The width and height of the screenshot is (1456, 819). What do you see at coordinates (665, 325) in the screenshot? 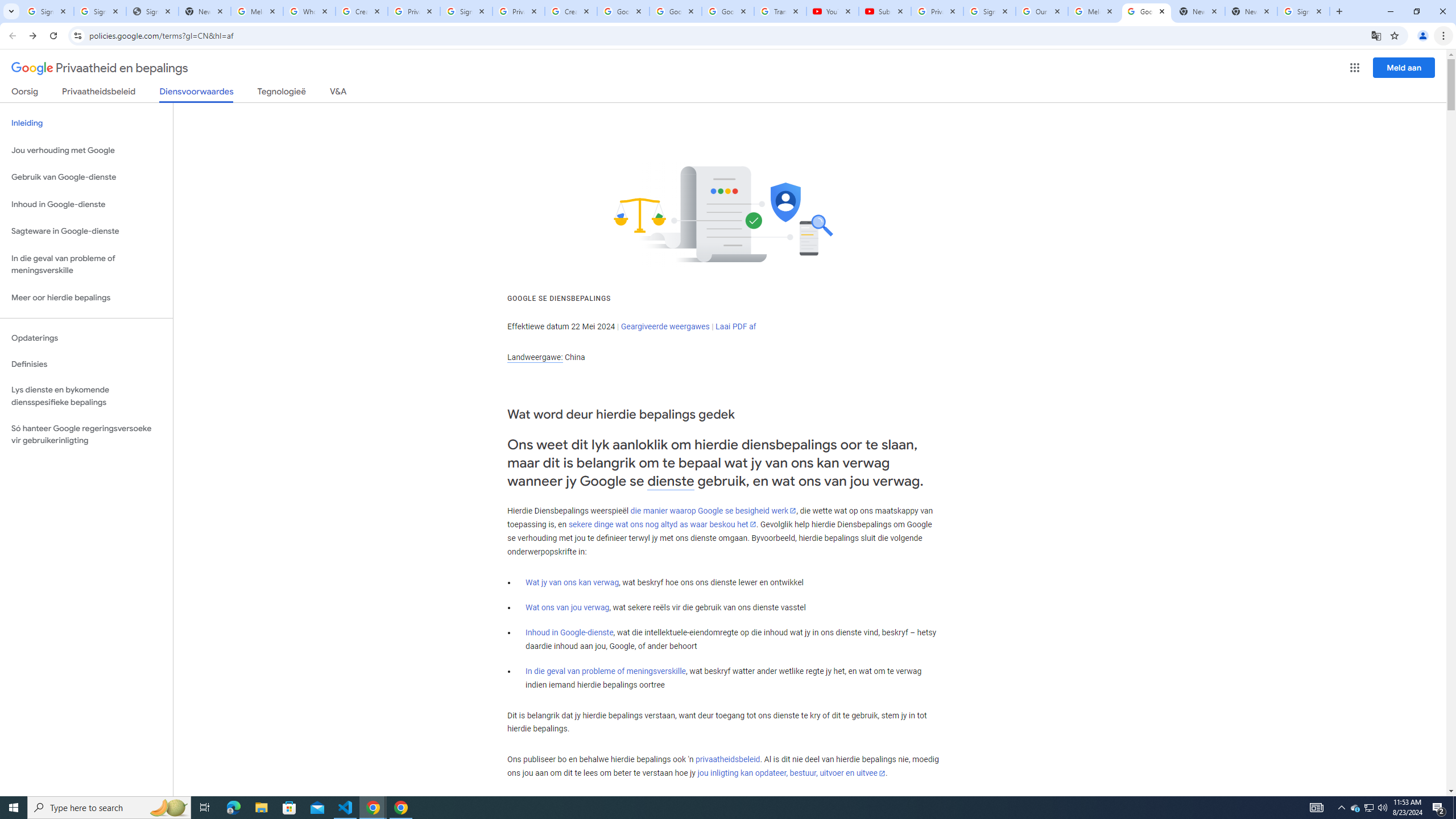
I see `'Geargiveerde weergawes'` at bounding box center [665, 325].